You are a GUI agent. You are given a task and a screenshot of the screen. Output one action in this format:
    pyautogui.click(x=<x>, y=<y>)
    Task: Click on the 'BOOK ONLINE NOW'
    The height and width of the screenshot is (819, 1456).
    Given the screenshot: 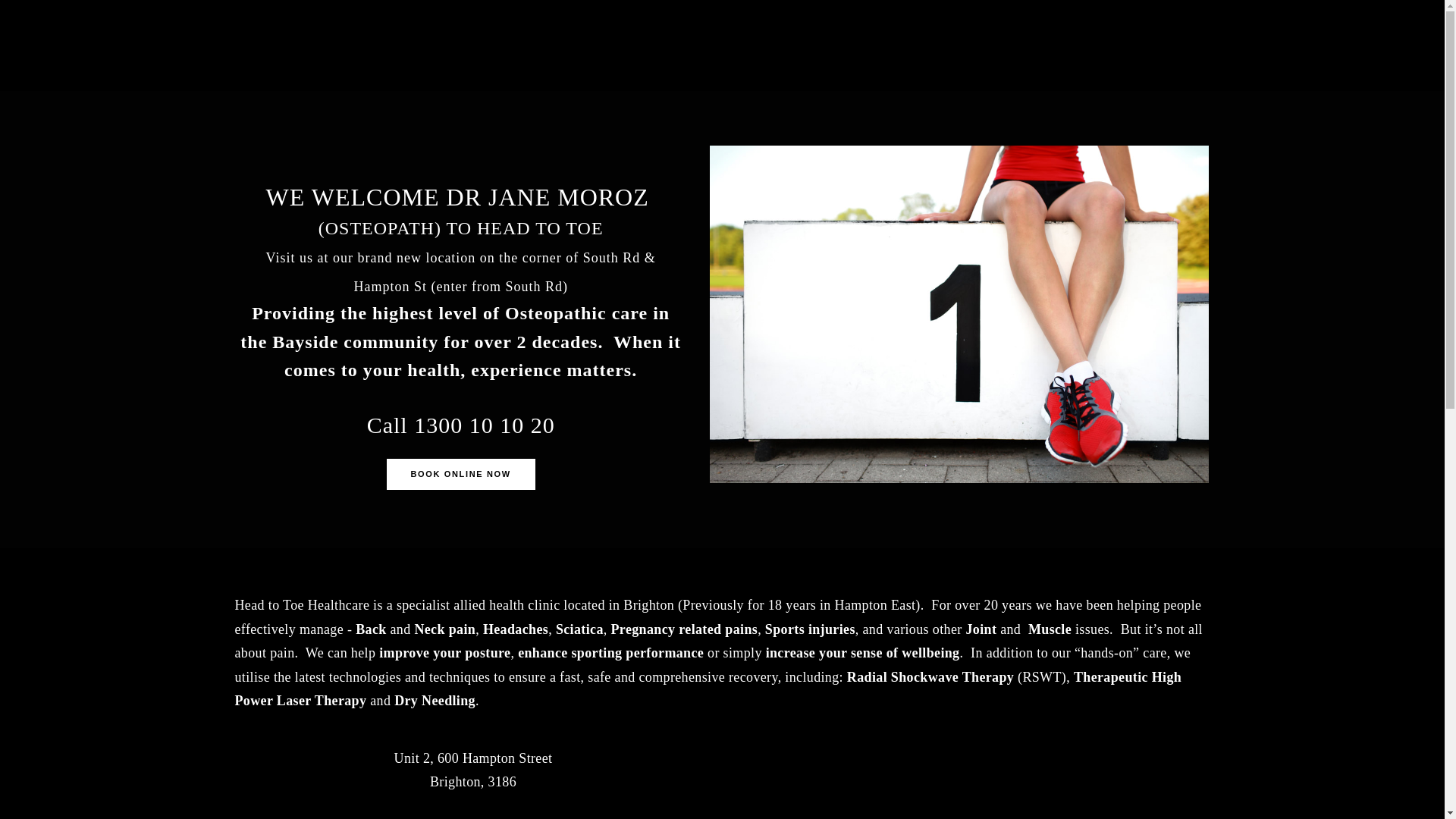 What is the action you would take?
    pyautogui.click(x=460, y=473)
    